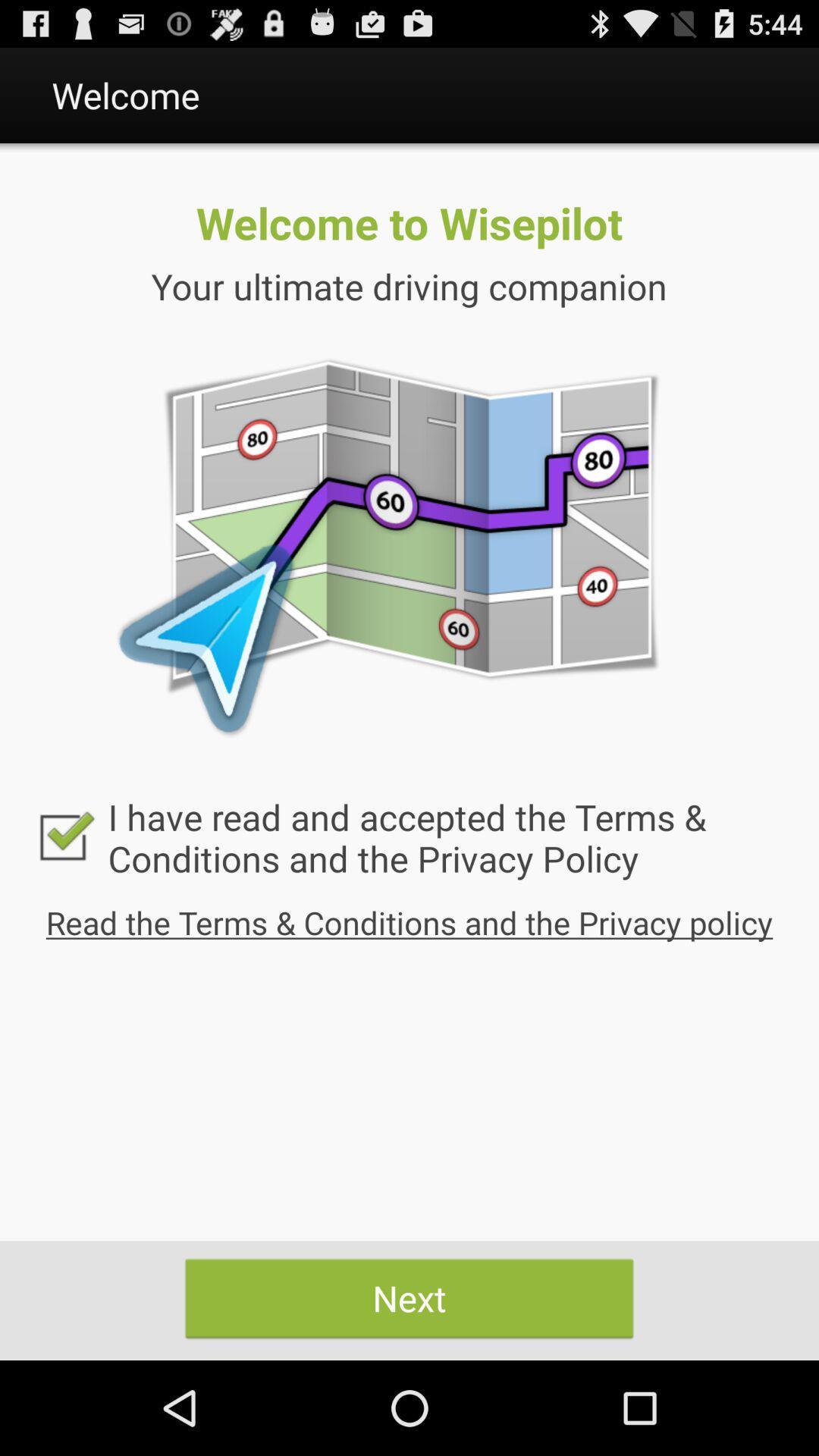  I want to click on app above read the terms, so click(409, 836).